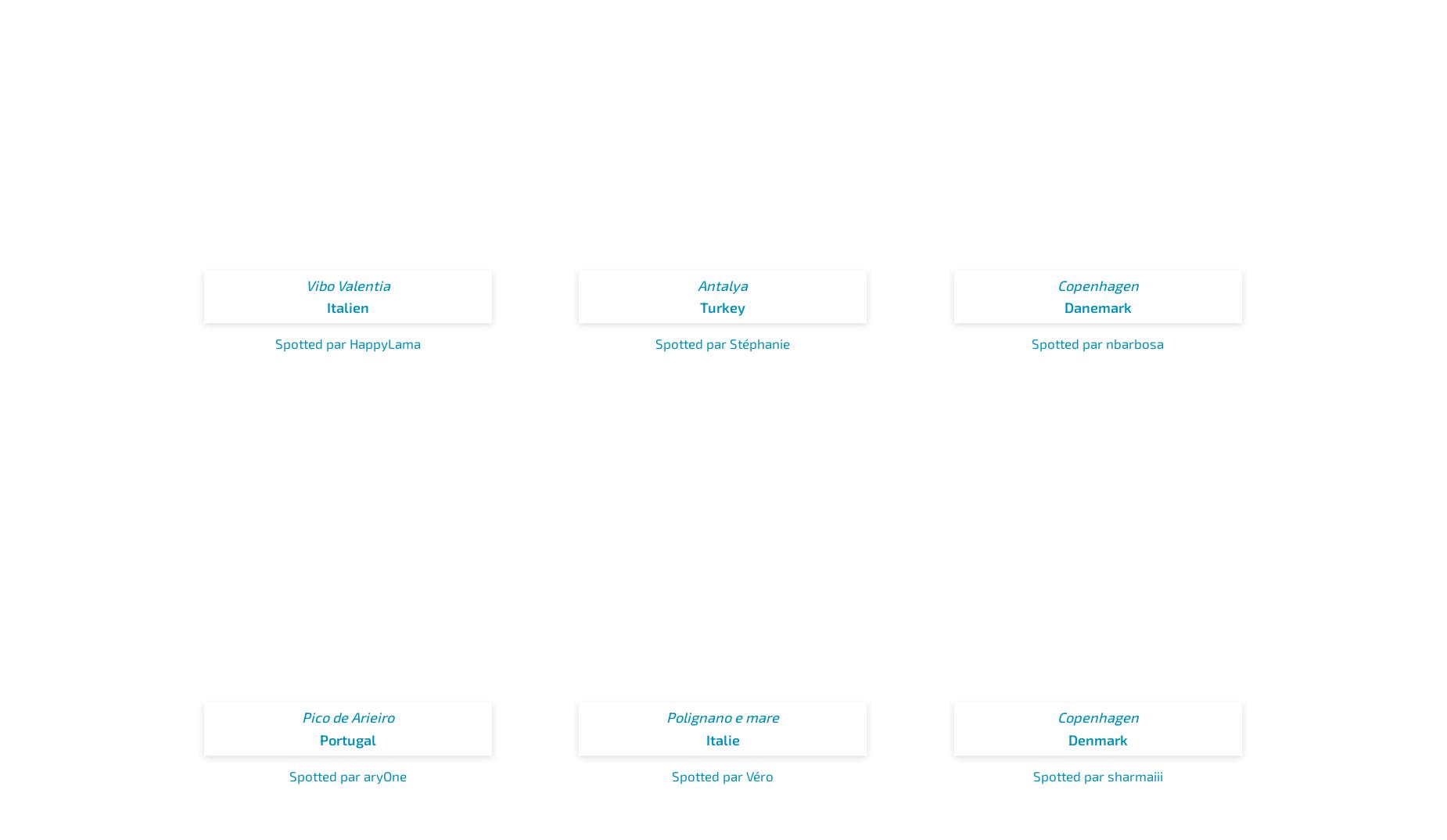  I want to click on 'Italien', so click(346, 307).